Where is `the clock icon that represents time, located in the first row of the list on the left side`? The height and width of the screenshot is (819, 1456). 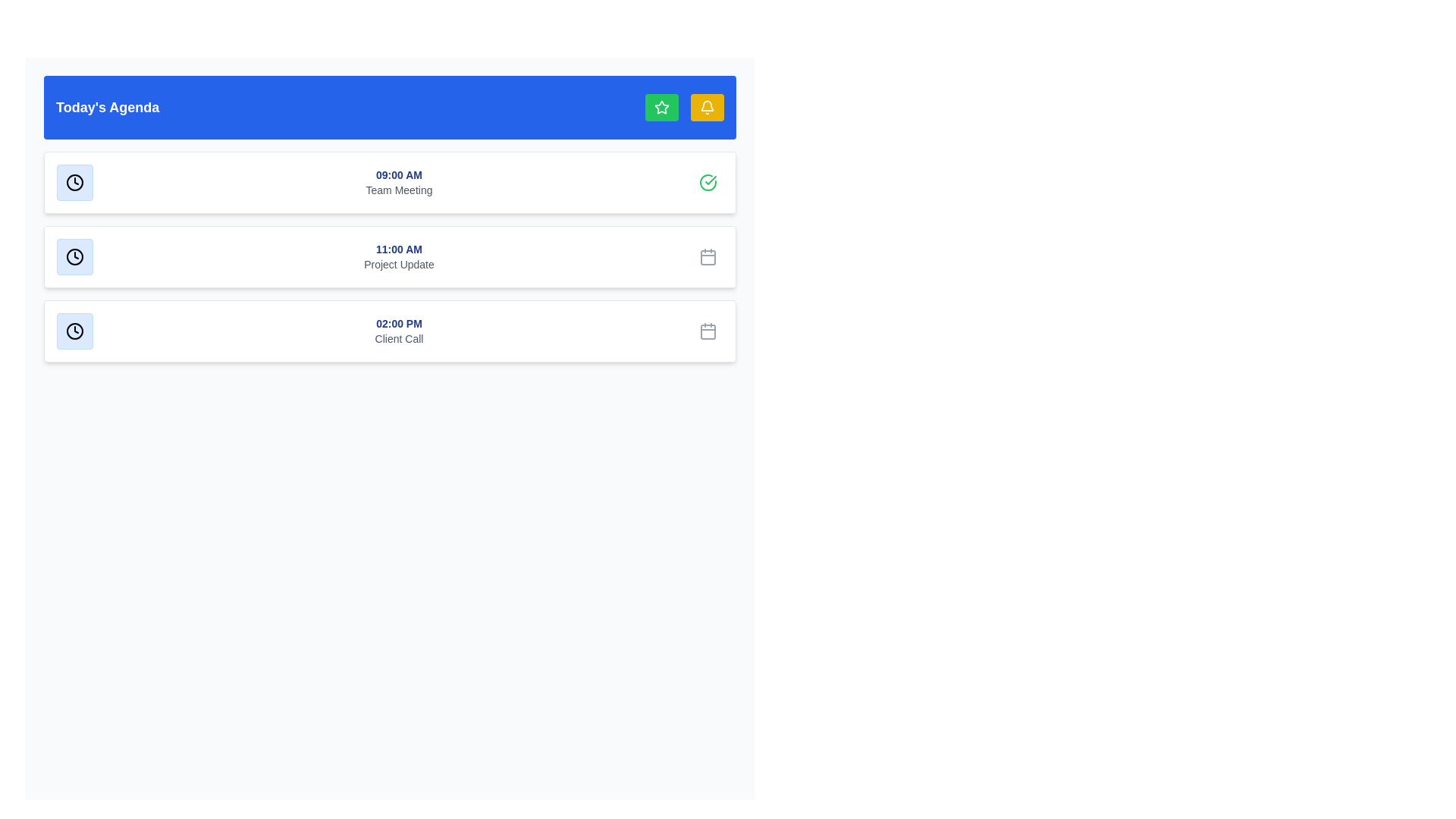 the clock icon that represents time, located in the first row of the list on the left side is located at coordinates (74, 181).